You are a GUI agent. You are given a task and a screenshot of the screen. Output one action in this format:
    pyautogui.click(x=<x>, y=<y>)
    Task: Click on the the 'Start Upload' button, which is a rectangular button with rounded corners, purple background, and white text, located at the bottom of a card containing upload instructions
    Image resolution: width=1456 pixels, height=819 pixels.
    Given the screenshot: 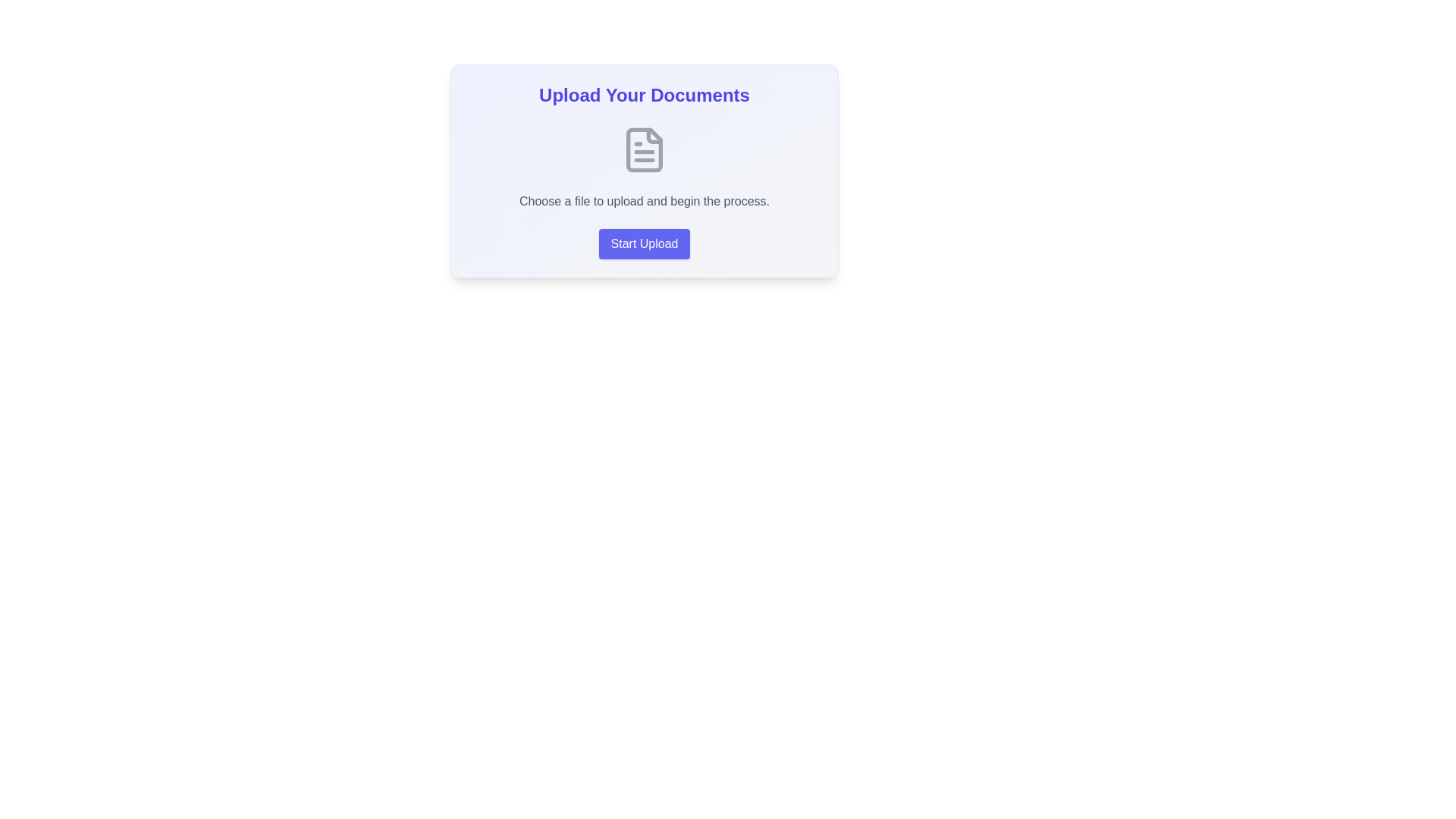 What is the action you would take?
    pyautogui.click(x=644, y=243)
    